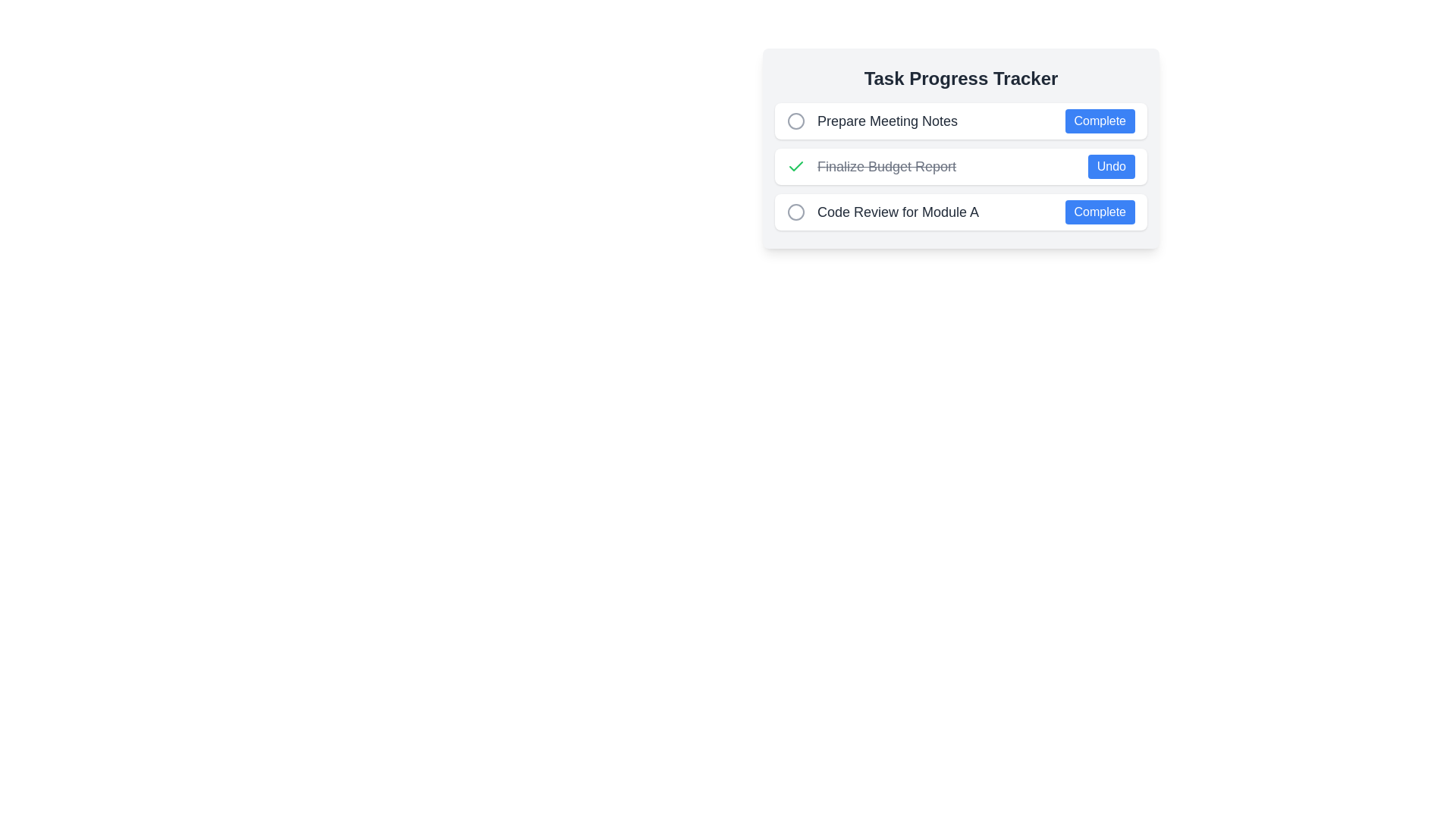 Image resolution: width=1456 pixels, height=819 pixels. What do you see at coordinates (960, 149) in the screenshot?
I see `the 'Undo' button of the completed task item 'Finalize Budget Report' in the task list to change the task status` at bounding box center [960, 149].